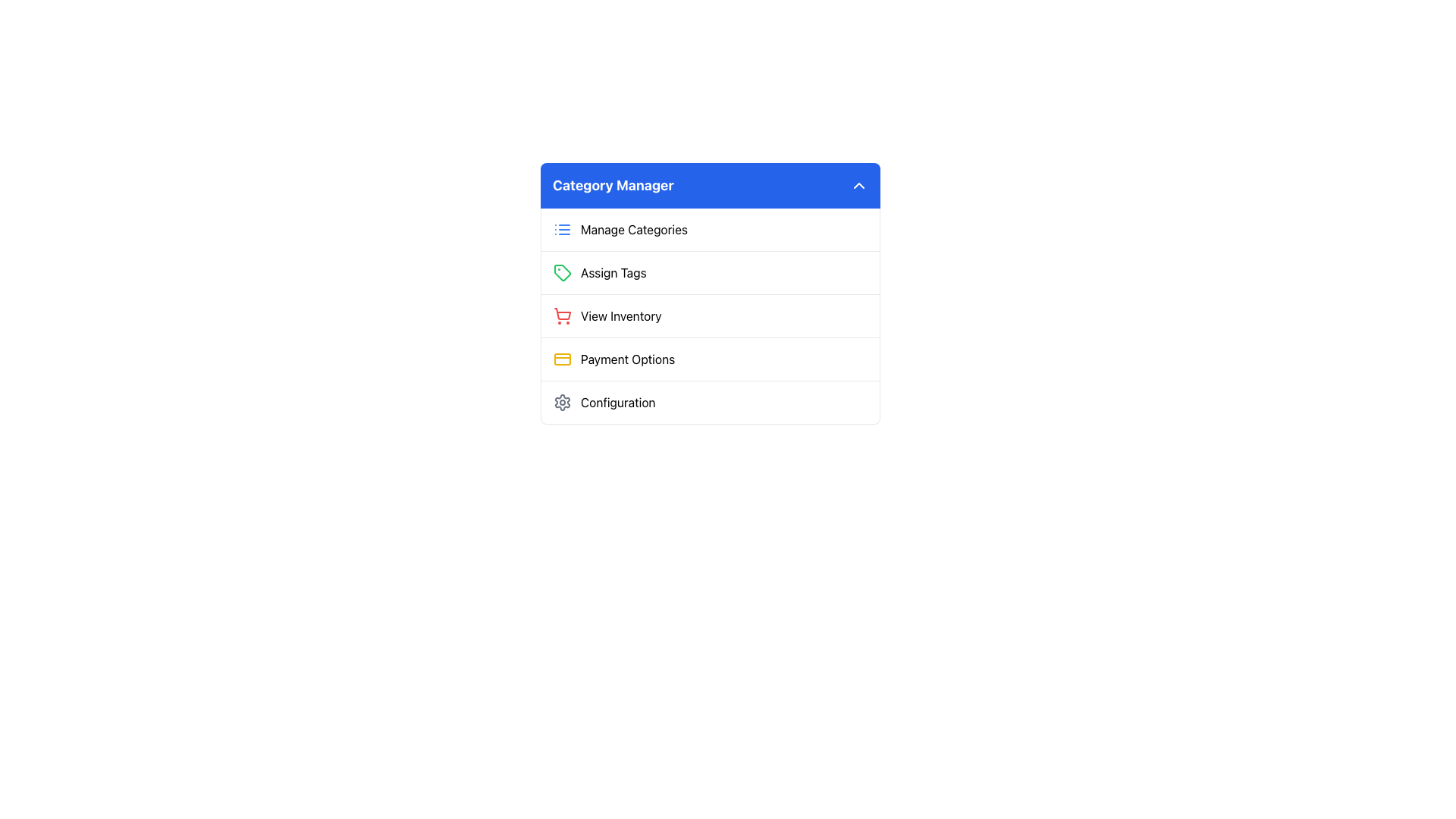  What do you see at coordinates (858, 185) in the screenshot?
I see `the toggle button located in the top-right corner of the 'Category Manager' panel` at bounding box center [858, 185].